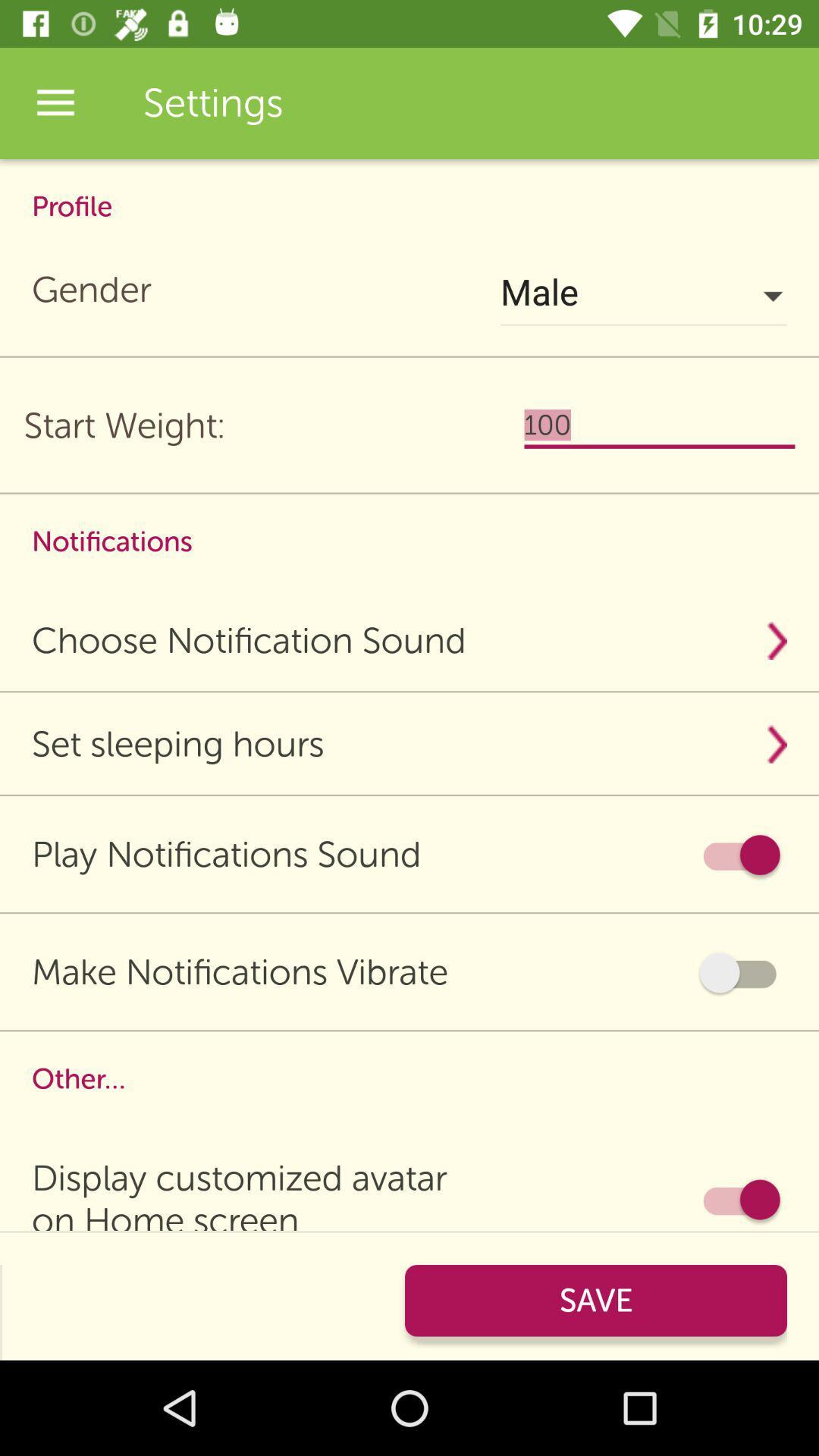  I want to click on the 100 item, so click(659, 425).